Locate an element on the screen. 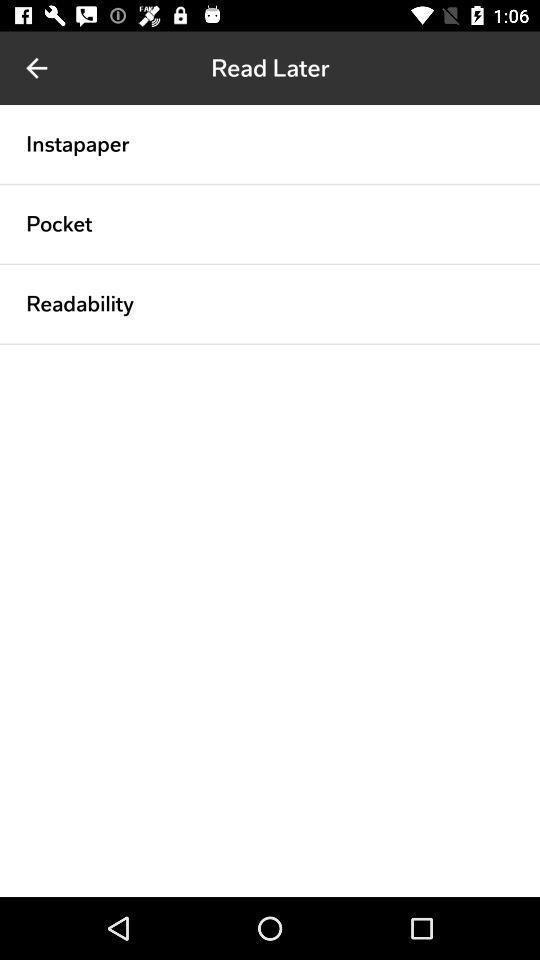  the icon above the pocket item is located at coordinates (270, 184).